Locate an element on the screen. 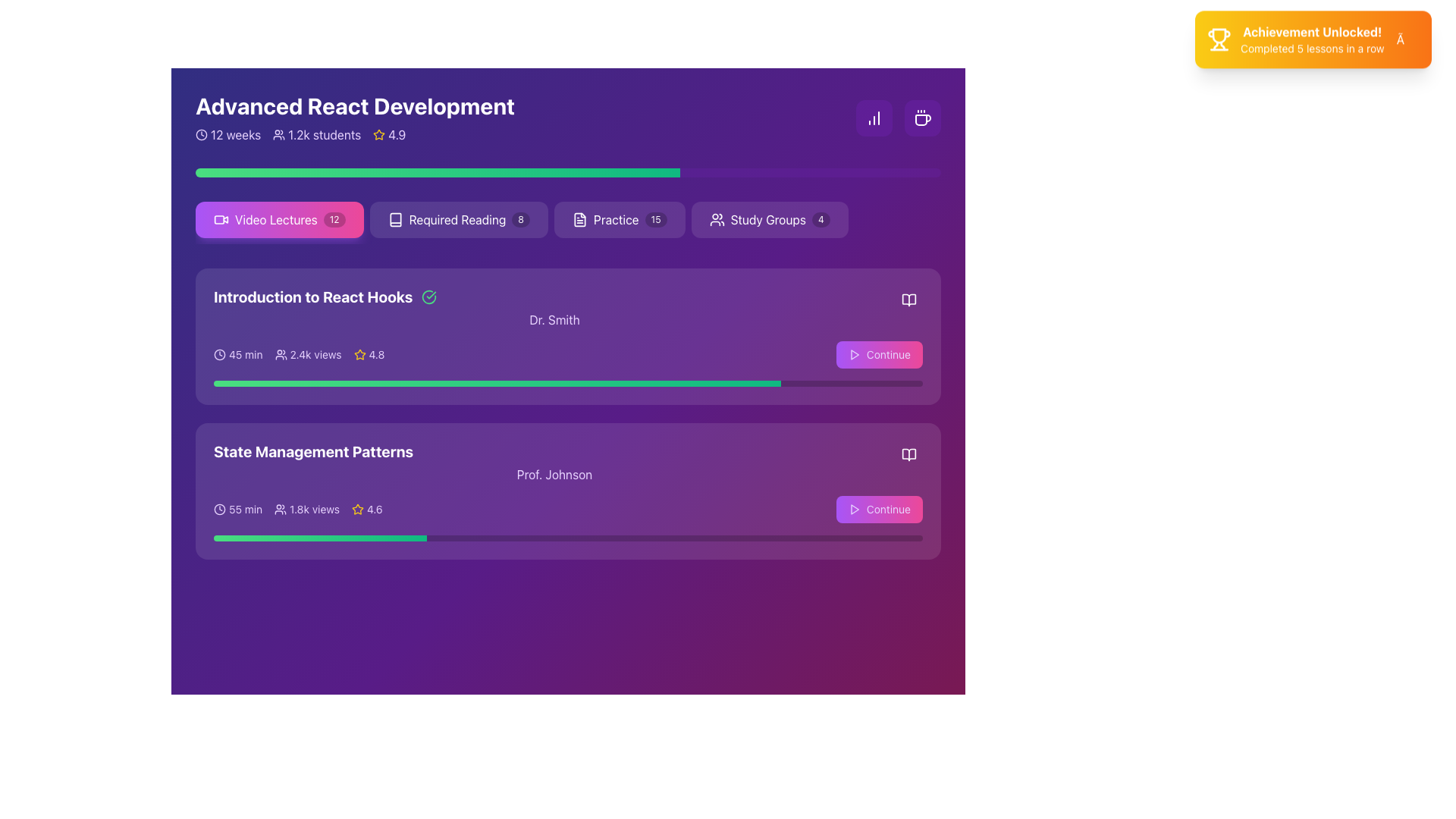 The image size is (1456, 819). the rating value text ('4.8') for the course 'Introduction to React Hooks', which is positioned to the right of the view count ('2.4k views') and aligned with the duration ('45 min') is located at coordinates (369, 354).